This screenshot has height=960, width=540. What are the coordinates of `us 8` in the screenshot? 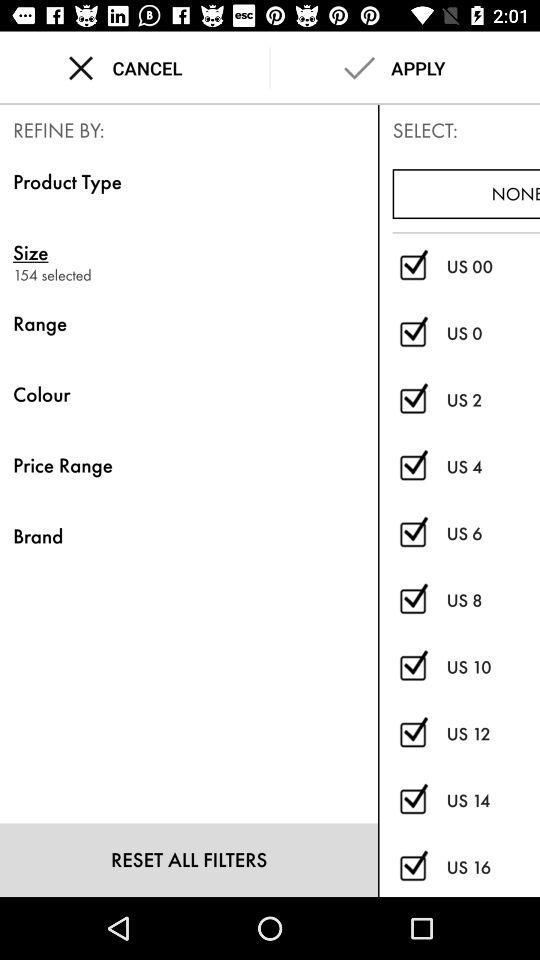 It's located at (492, 600).